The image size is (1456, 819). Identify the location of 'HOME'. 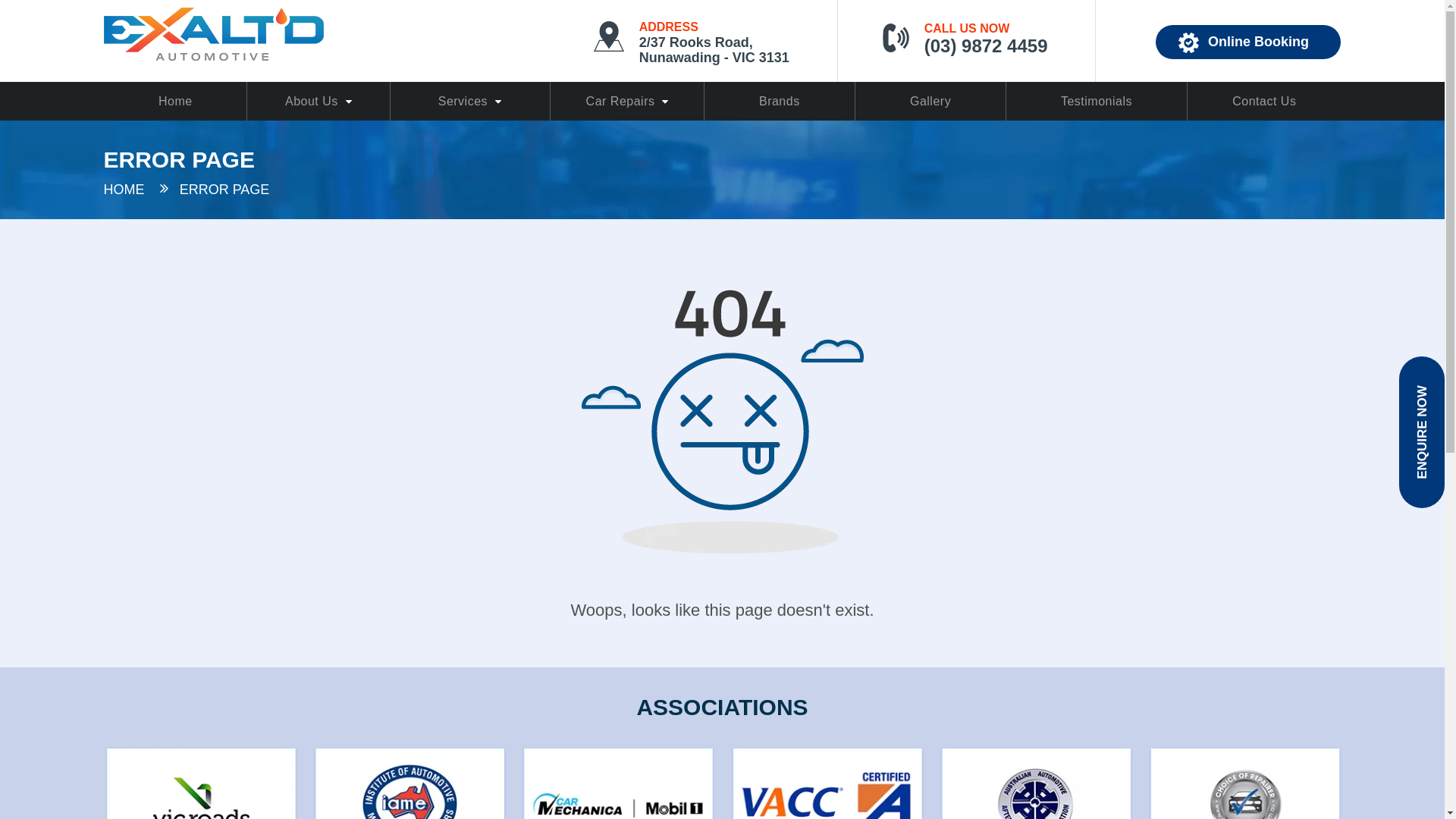
(124, 189).